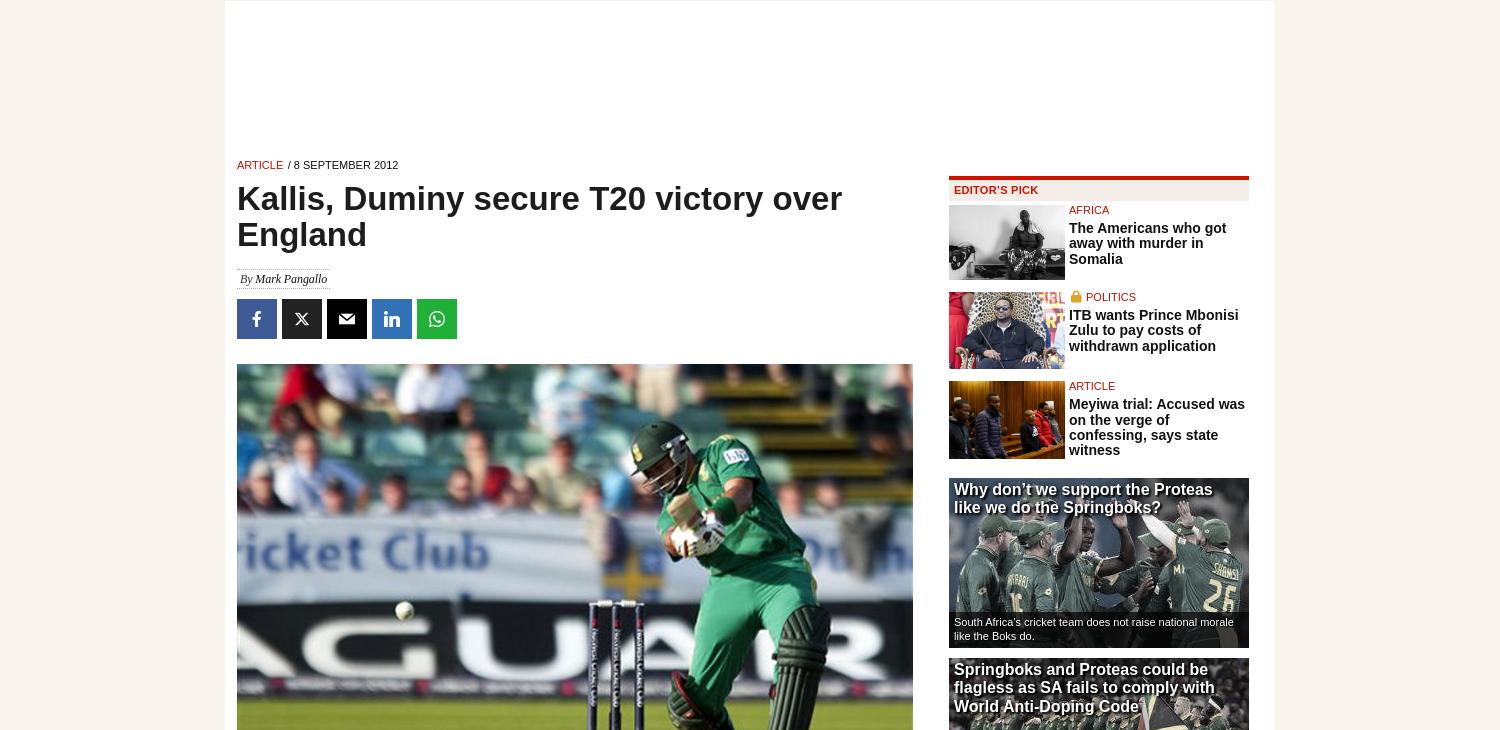 The height and width of the screenshot is (730, 1500). What do you see at coordinates (951, 121) in the screenshot?
I see `'Reserve Bank holds repo rate, looks through shock inflation data'` at bounding box center [951, 121].